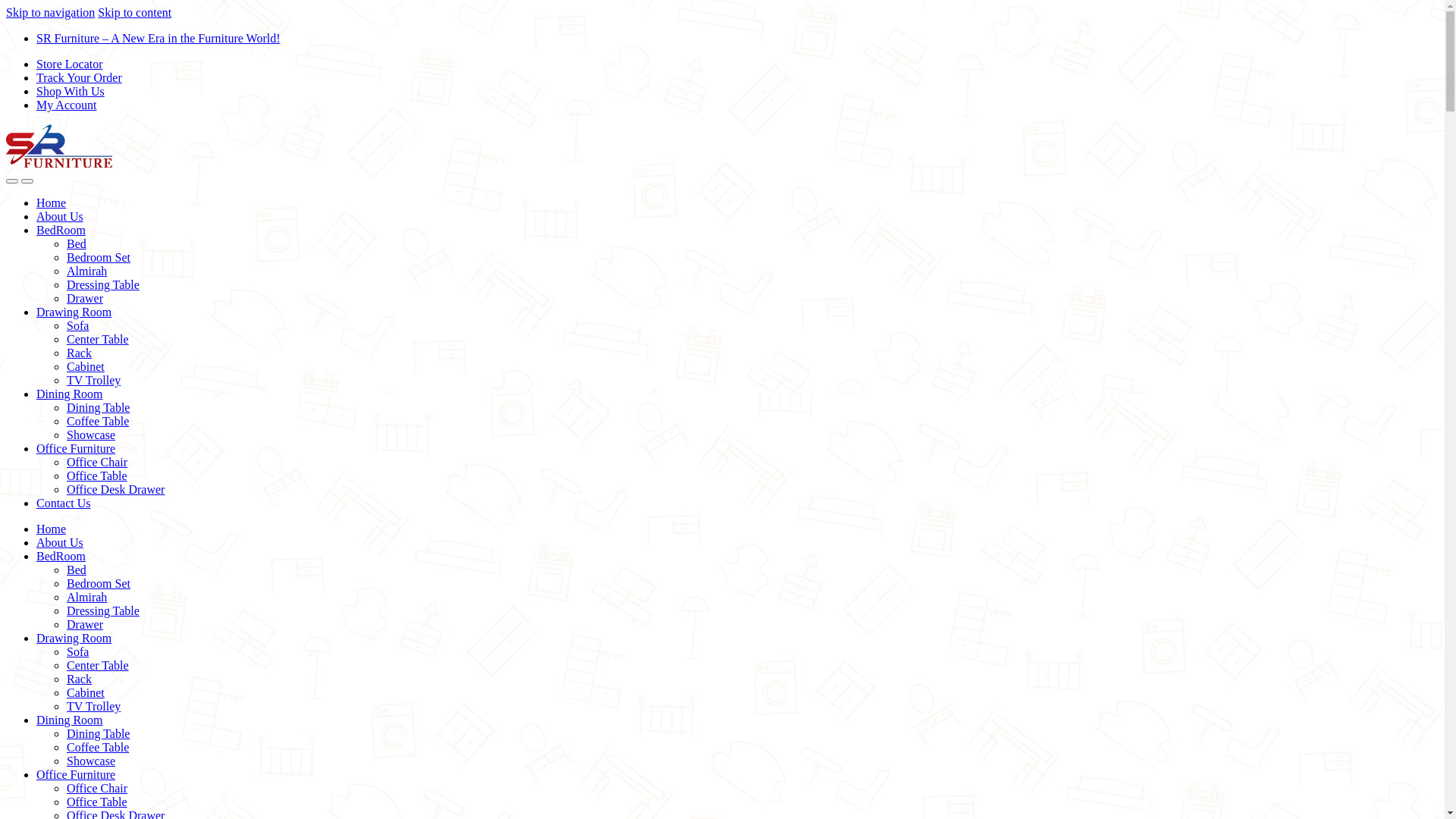  I want to click on 'Skip to navigation', so click(50, 12).